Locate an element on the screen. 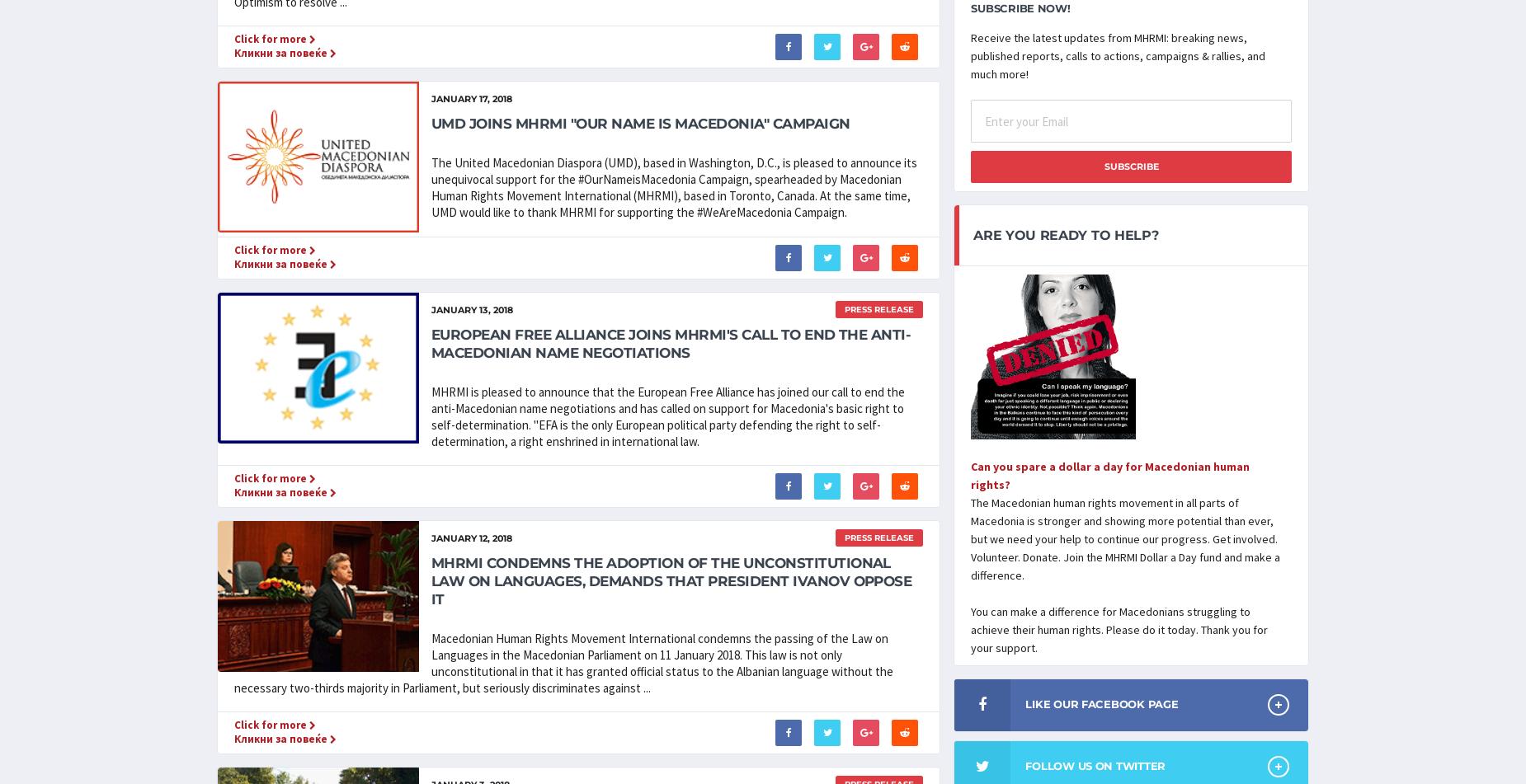  'You can make a difference for Macedonians struggling to achieve their human rights. Please do it today. Thank you for your support.' is located at coordinates (1118, 627).